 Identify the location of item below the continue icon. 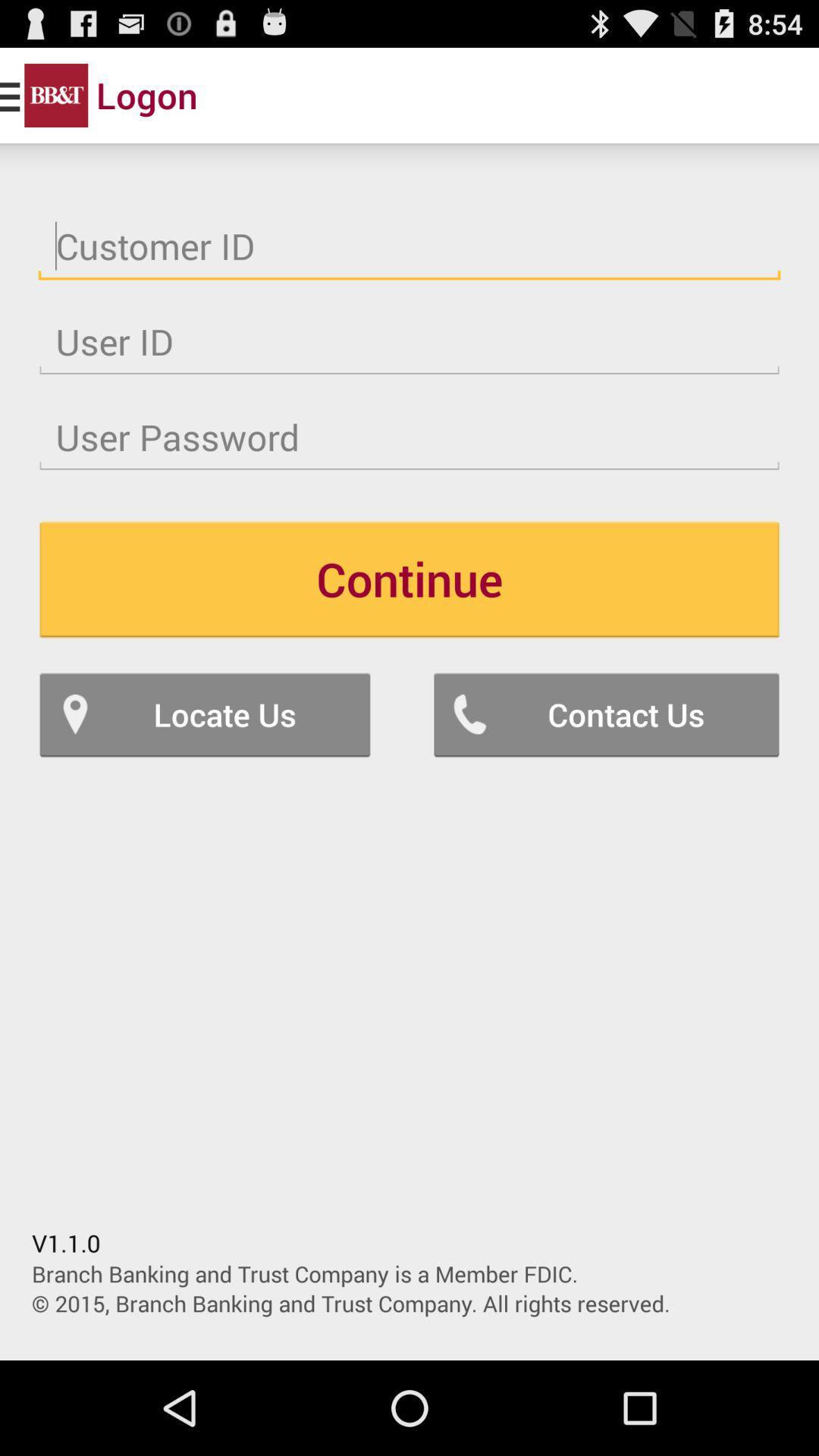
(605, 714).